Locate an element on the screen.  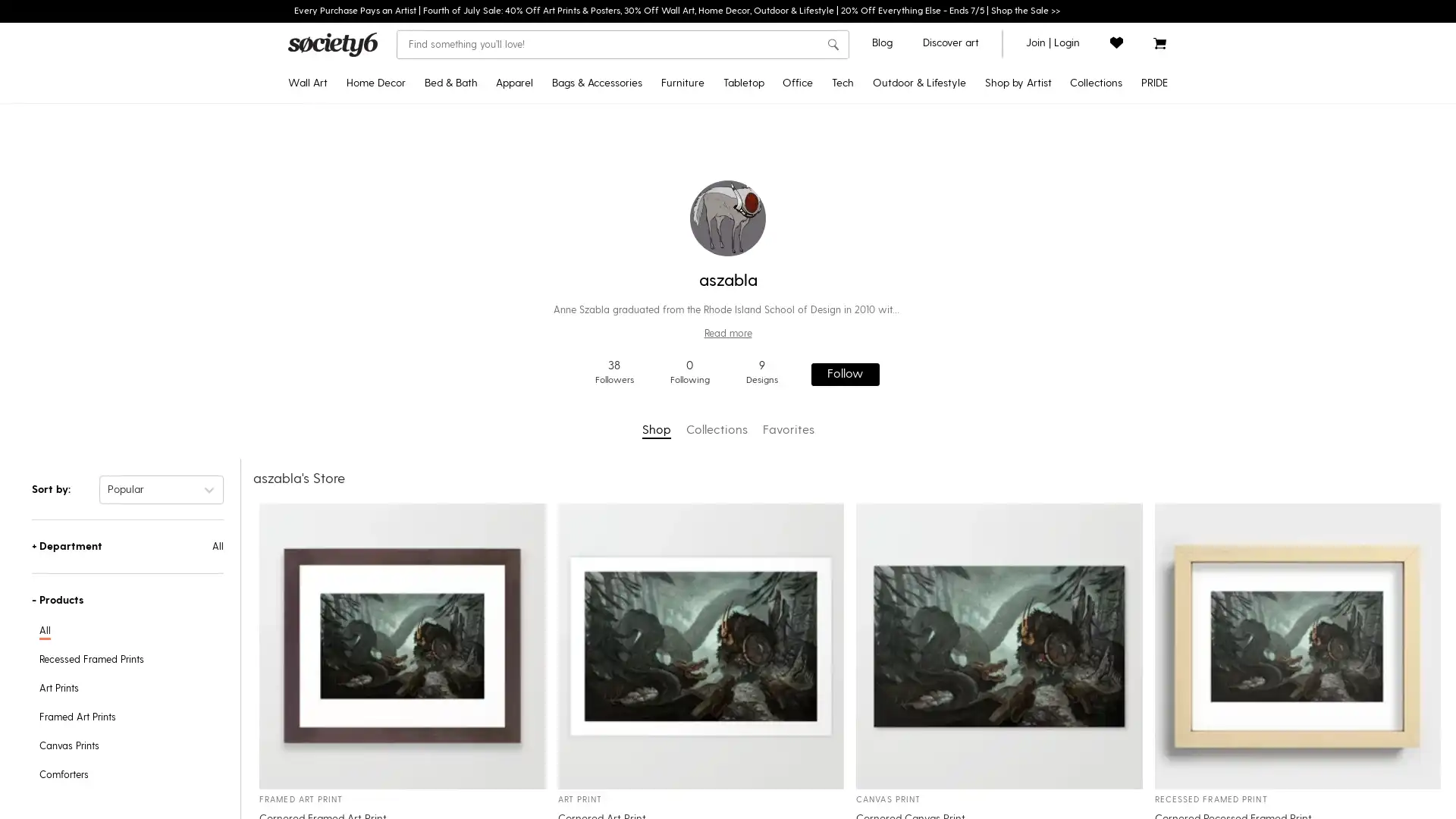
Pride Gear is located at coordinates (1094, 170).